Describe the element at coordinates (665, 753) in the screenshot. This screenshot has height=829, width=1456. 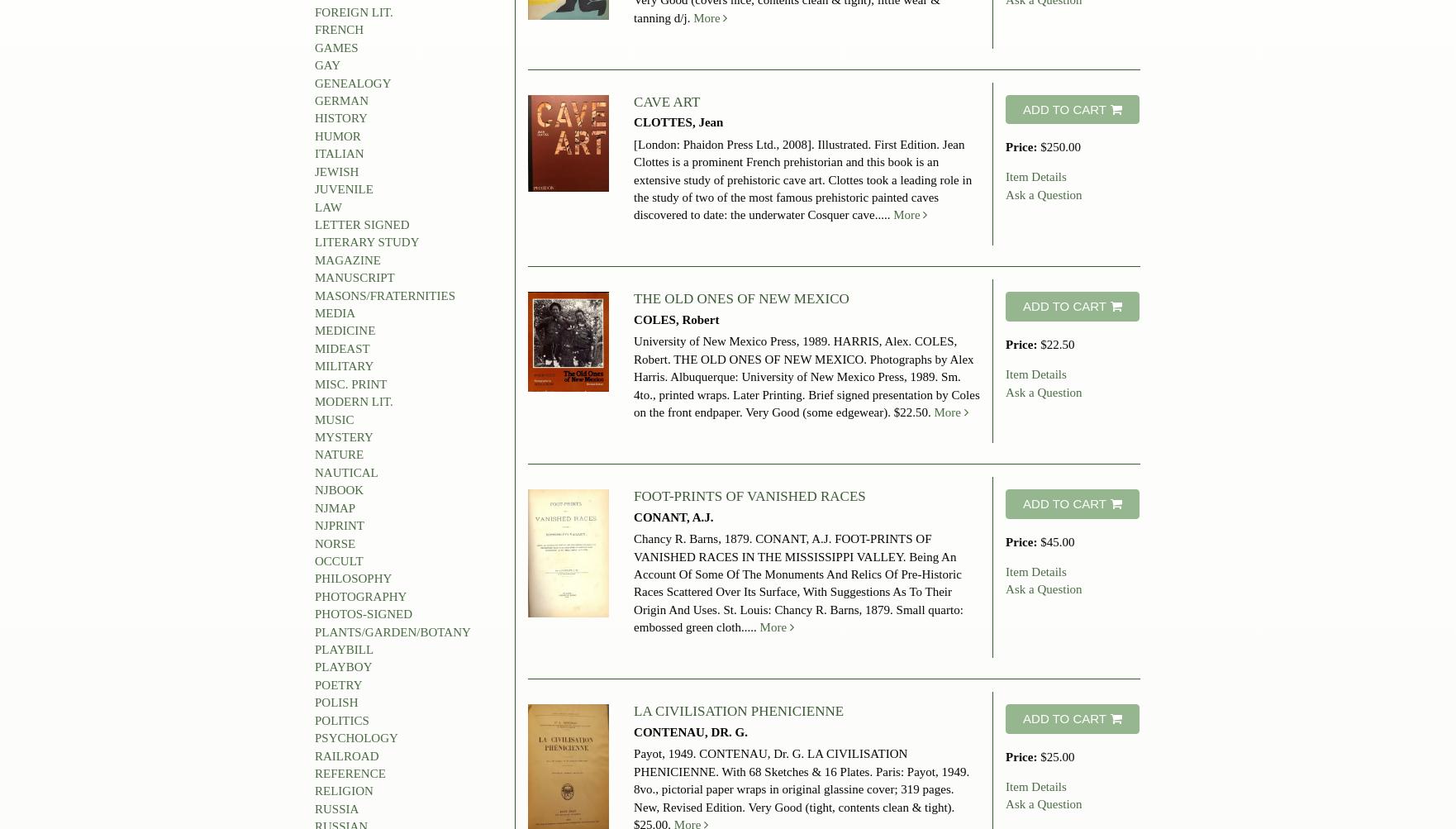
I see `'Payot, 1949.'` at that location.